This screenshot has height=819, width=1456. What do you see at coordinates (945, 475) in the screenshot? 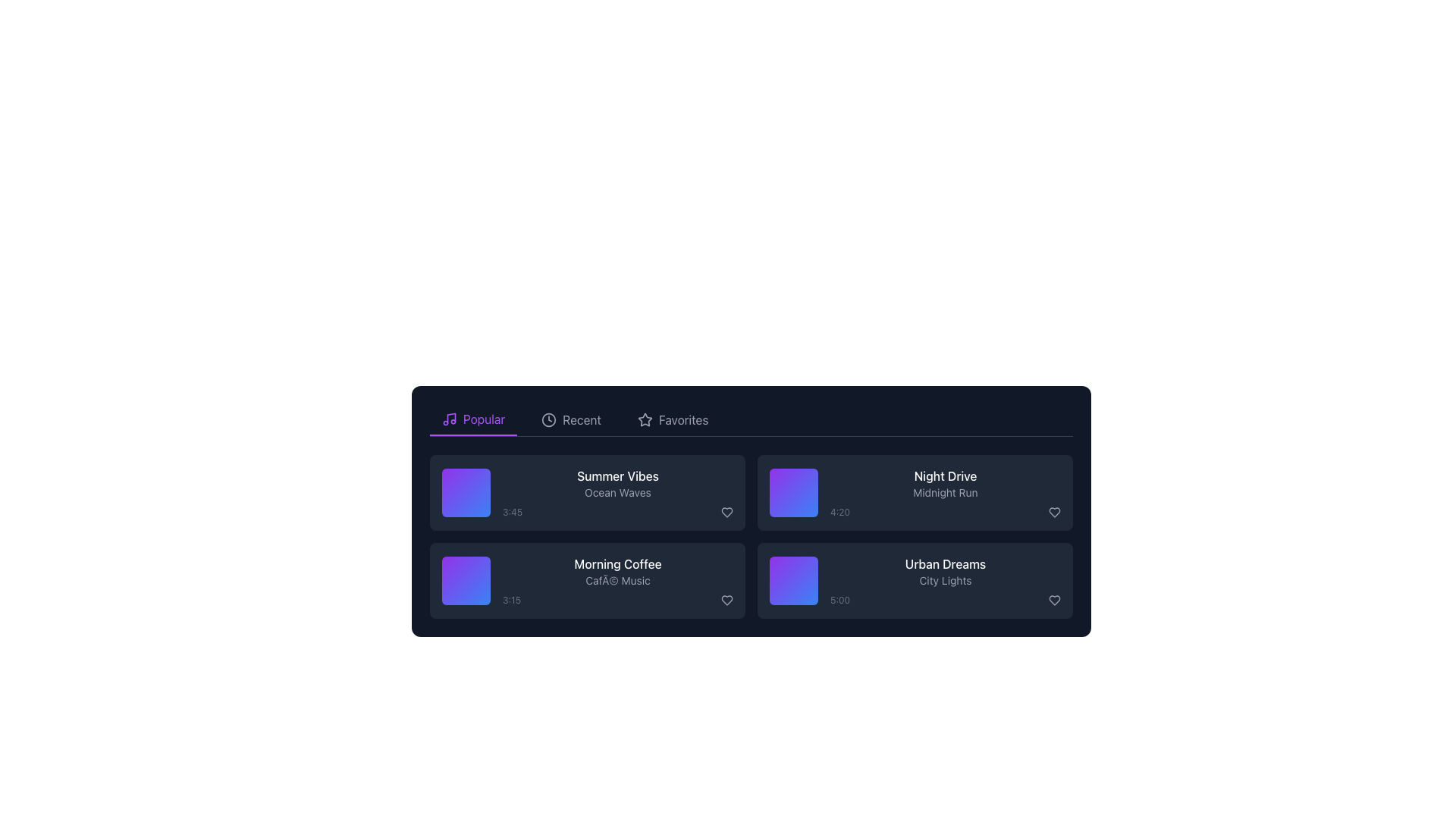
I see `the white text label reading 'Night Drive' located at the top-right section of the playlist card` at bounding box center [945, 475].